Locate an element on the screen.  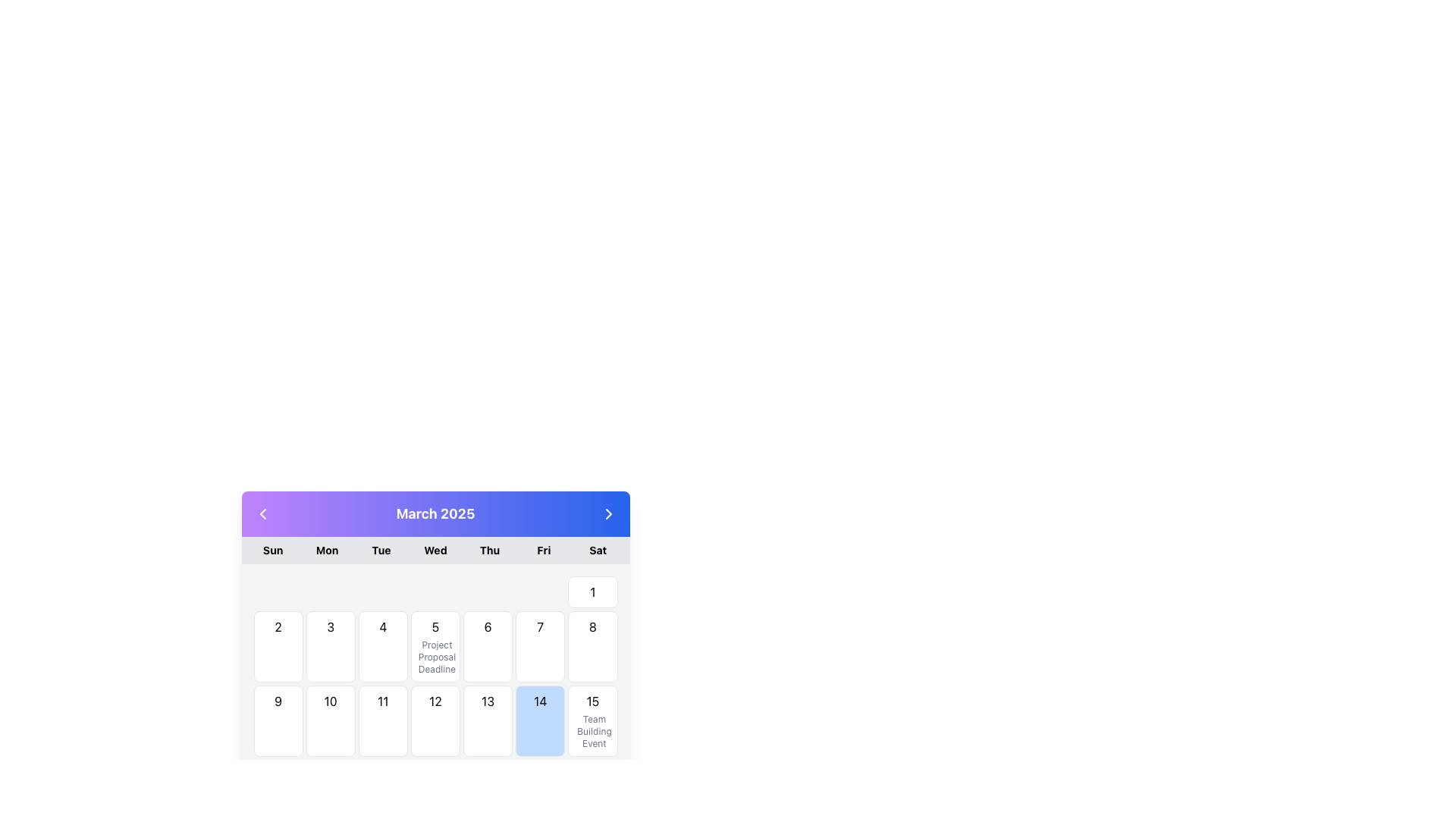
the label indicating 'Tuesday' in the calendar header, which is the third day abbreviation in a horizontal sequence of seven days is located at coordinates (381, 550).